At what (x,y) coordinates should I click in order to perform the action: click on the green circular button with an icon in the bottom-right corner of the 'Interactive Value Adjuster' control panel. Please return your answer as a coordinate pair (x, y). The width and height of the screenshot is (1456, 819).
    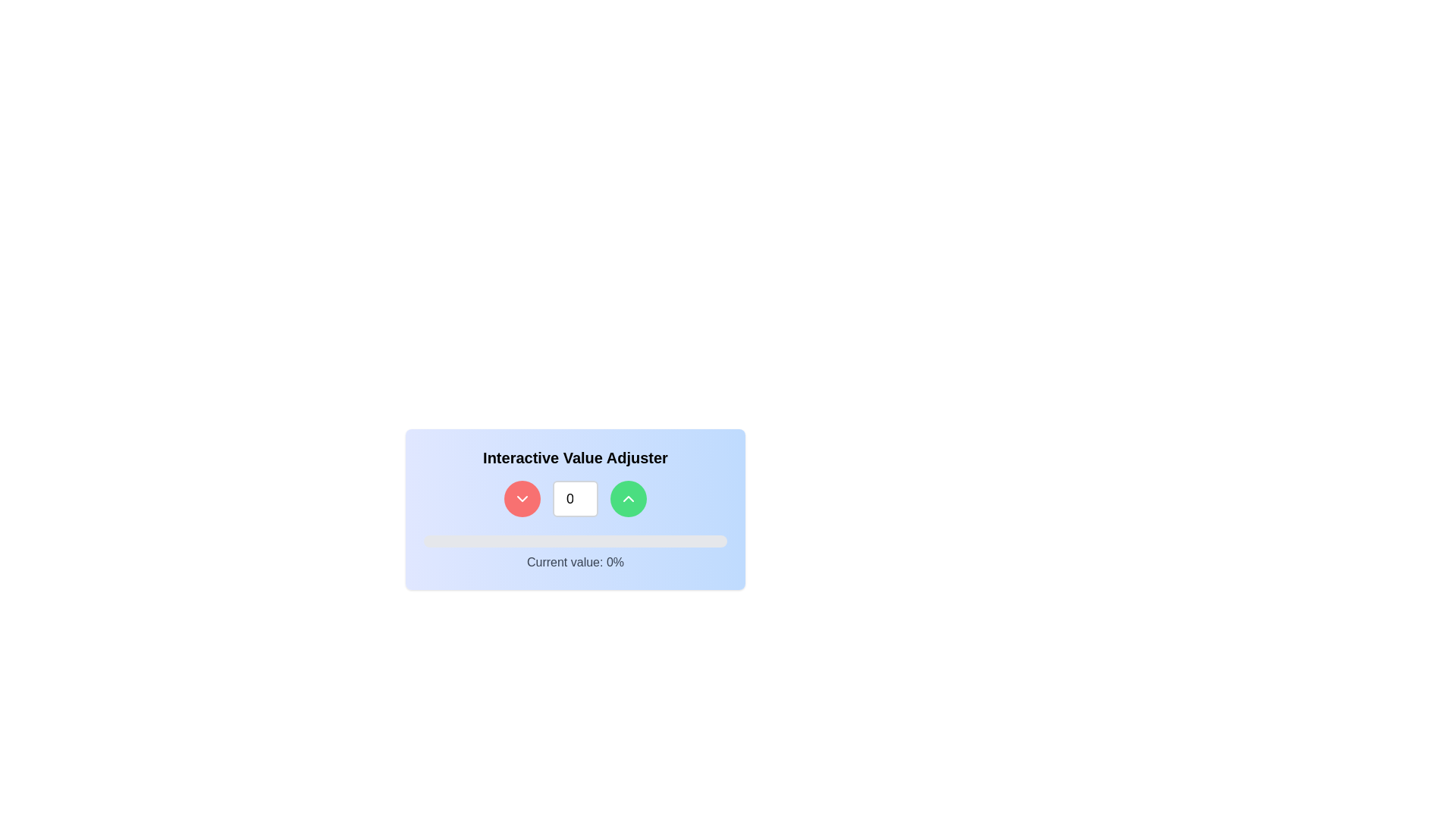
    Looking at the image, I should click on (629, 499).